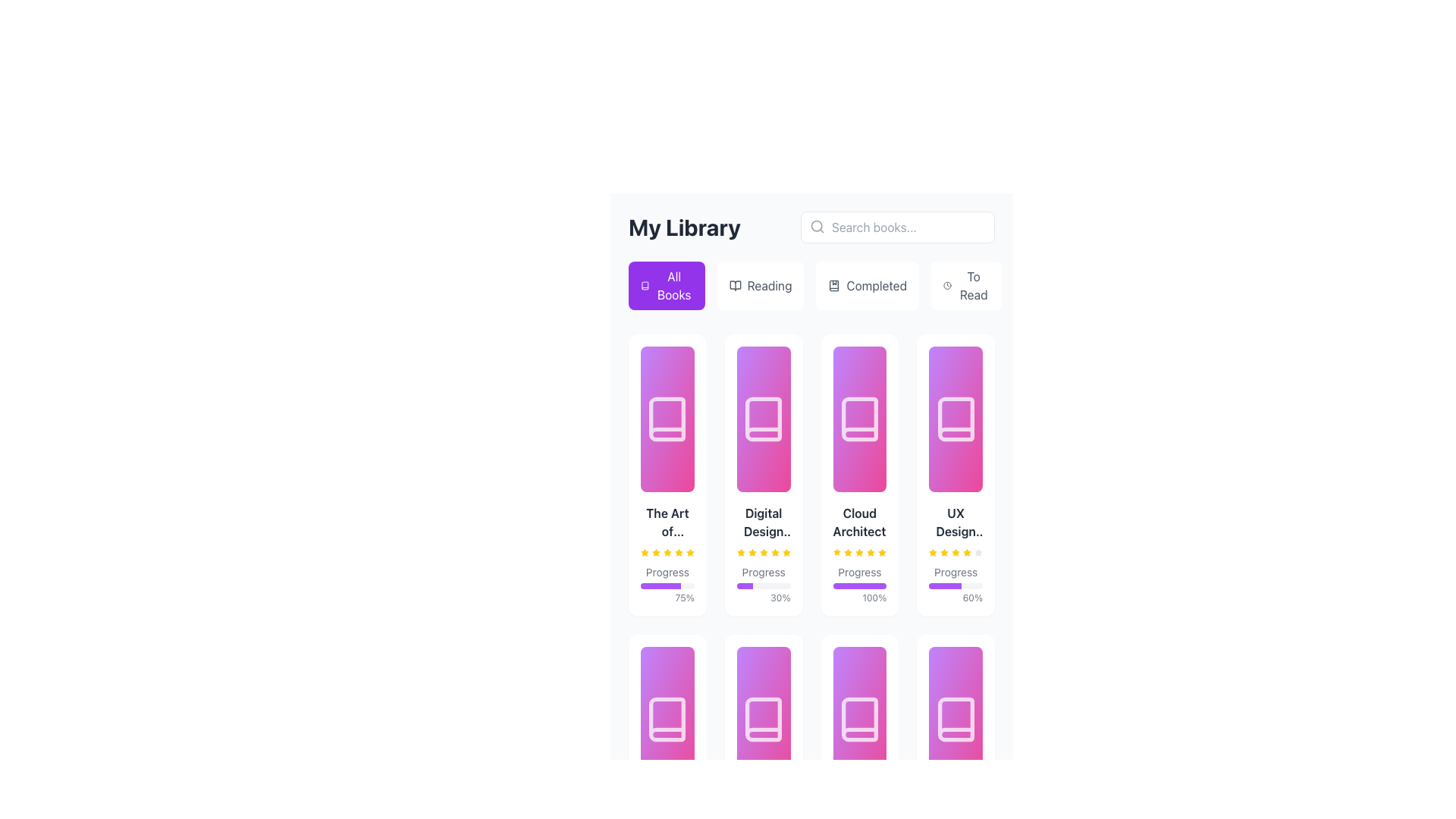 Image resolution: width=1456 pixels, height=819 pixels. Describe the element at coordinates (667, 553) in the screenshot. I see `the displayed rating by focusing on the fourth star-shaped icon from the left, which is yellow and filled, located below the book titled 'The Art of...'` at that location.